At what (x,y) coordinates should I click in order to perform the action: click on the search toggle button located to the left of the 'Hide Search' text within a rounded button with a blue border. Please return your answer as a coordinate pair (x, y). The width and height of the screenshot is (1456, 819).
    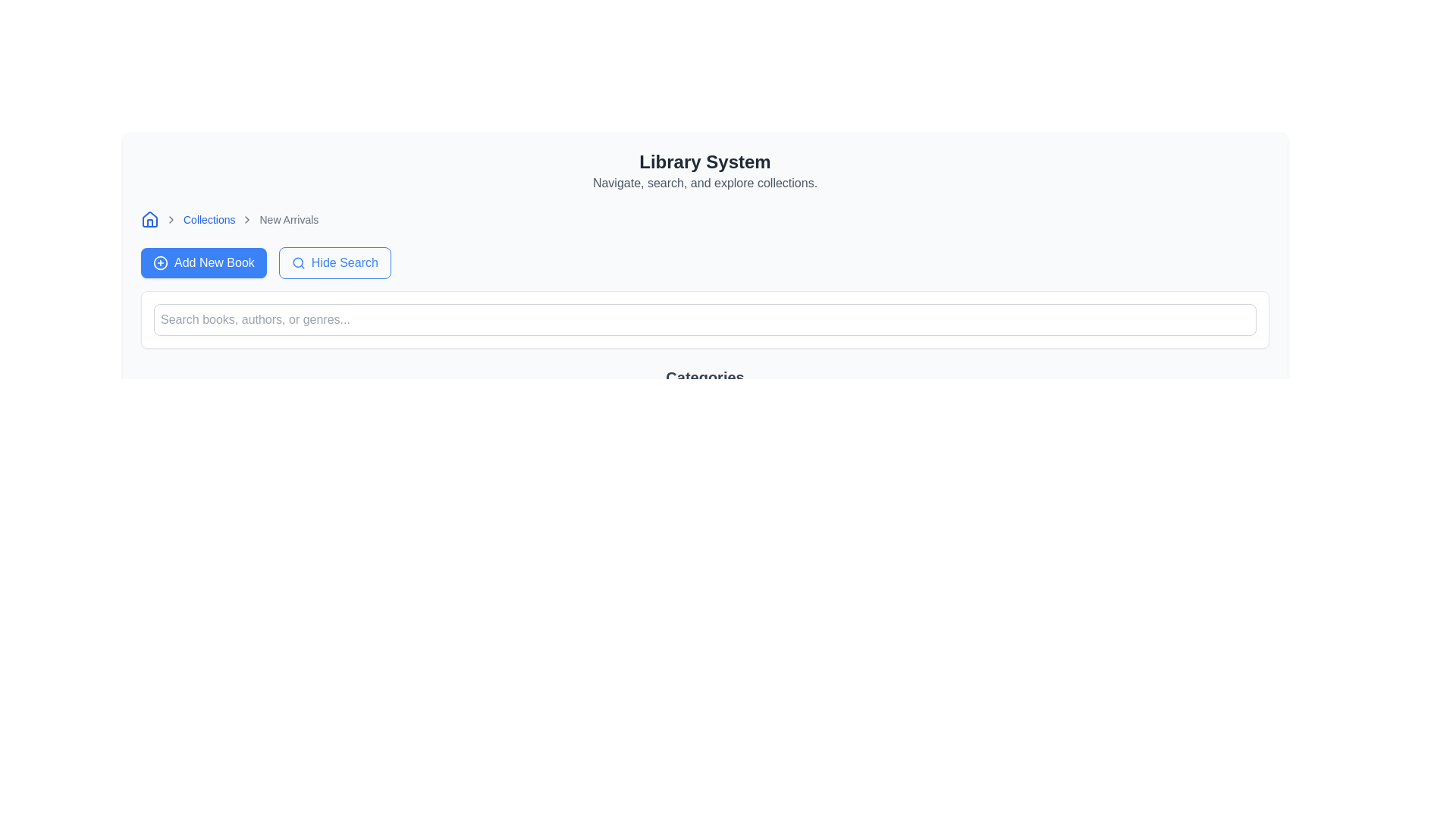
    Looking at the image, I should click on (298, 262).